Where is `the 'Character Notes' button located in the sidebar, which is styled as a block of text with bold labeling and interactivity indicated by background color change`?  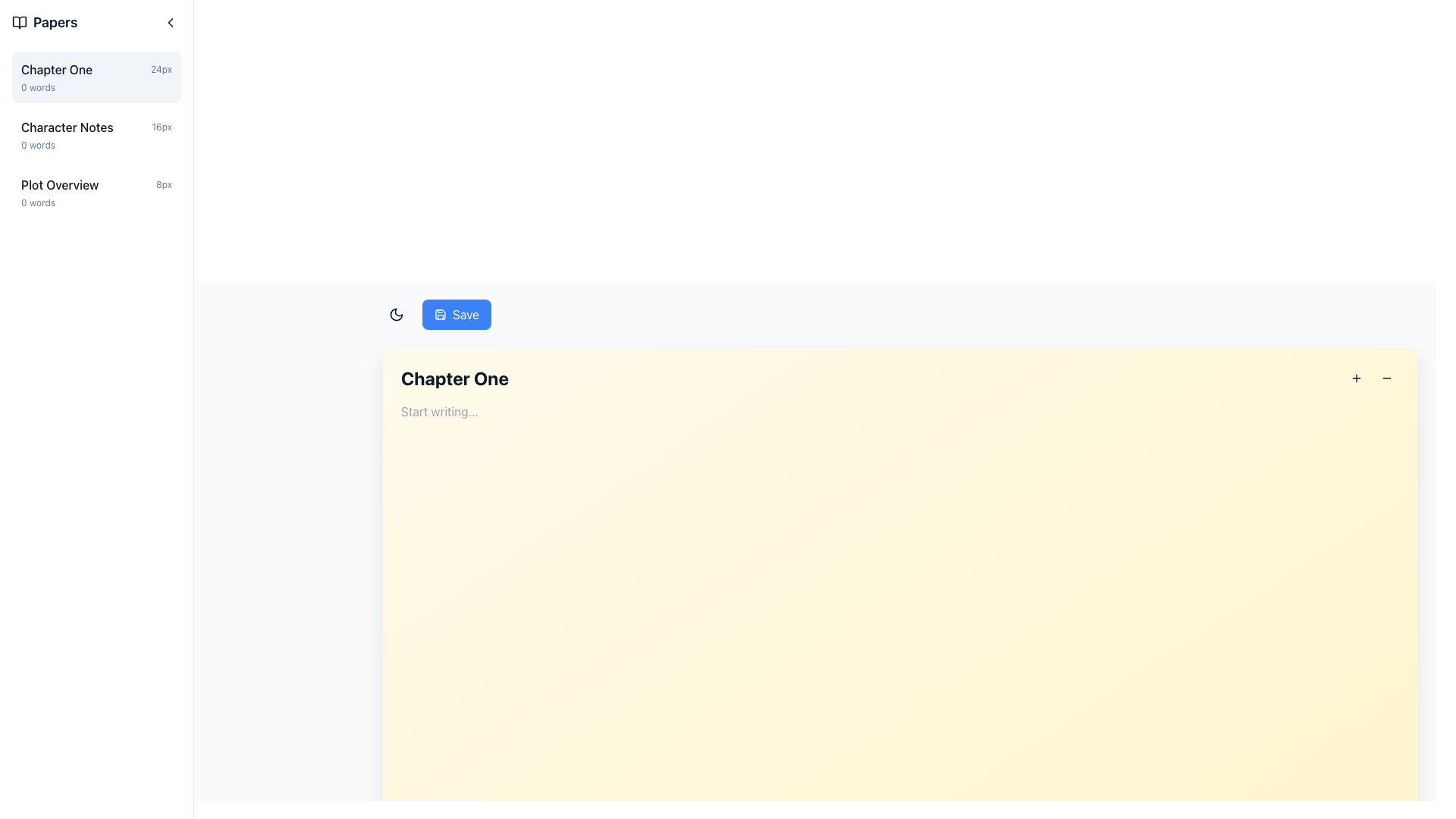 the 'Character Notes' button located in the sidebar, which is styled as a block of text with bold labeling and interactivity indicated by background color change is located at coordinates (96, 133).